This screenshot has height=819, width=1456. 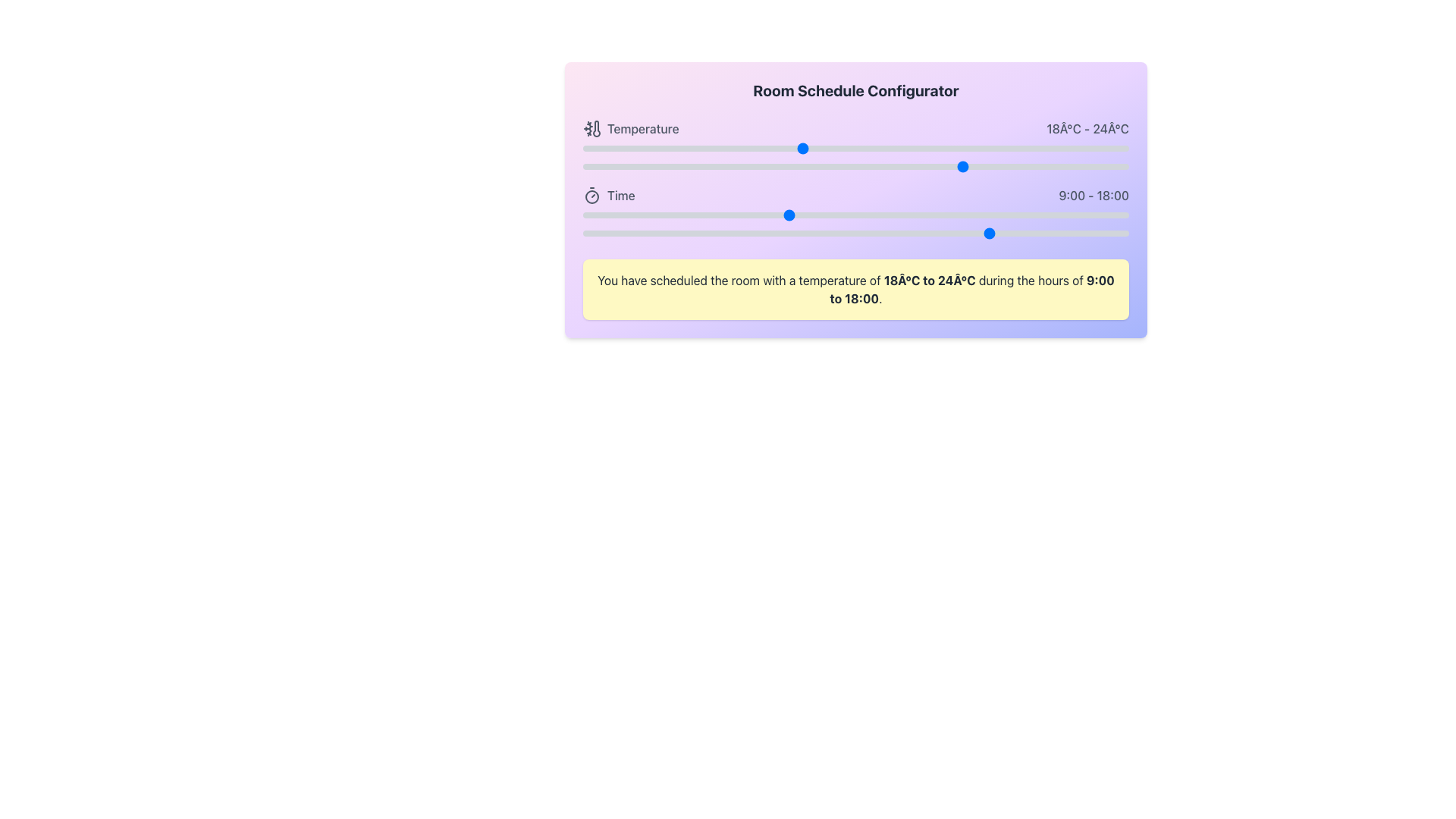 I want to click on the slider value, so click(x=910, y=166).